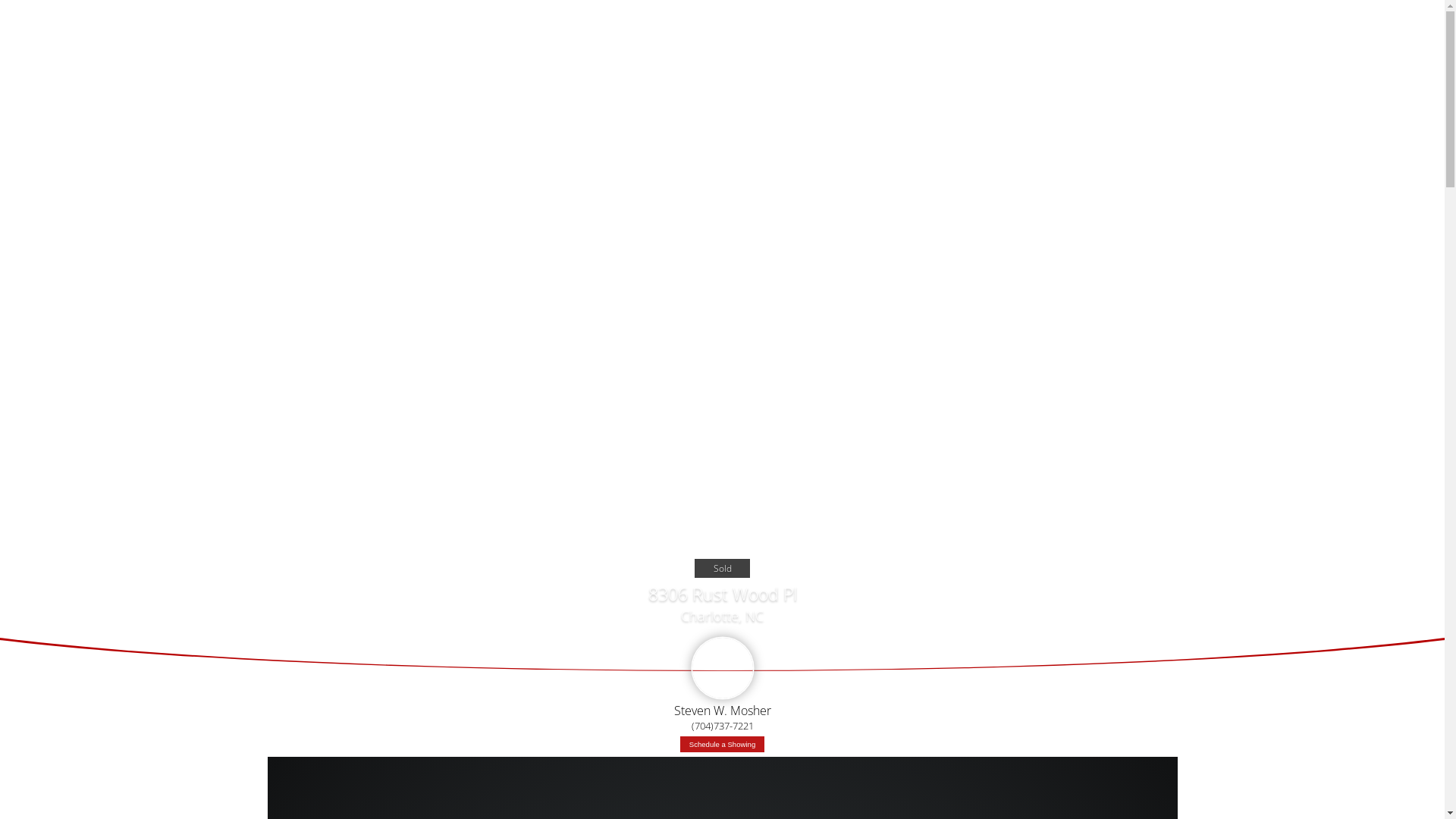  What do you see at coordinates (721, 743) in the screenshot?
I see `'Schedule a Showing'` at bounding box center [721, 743].